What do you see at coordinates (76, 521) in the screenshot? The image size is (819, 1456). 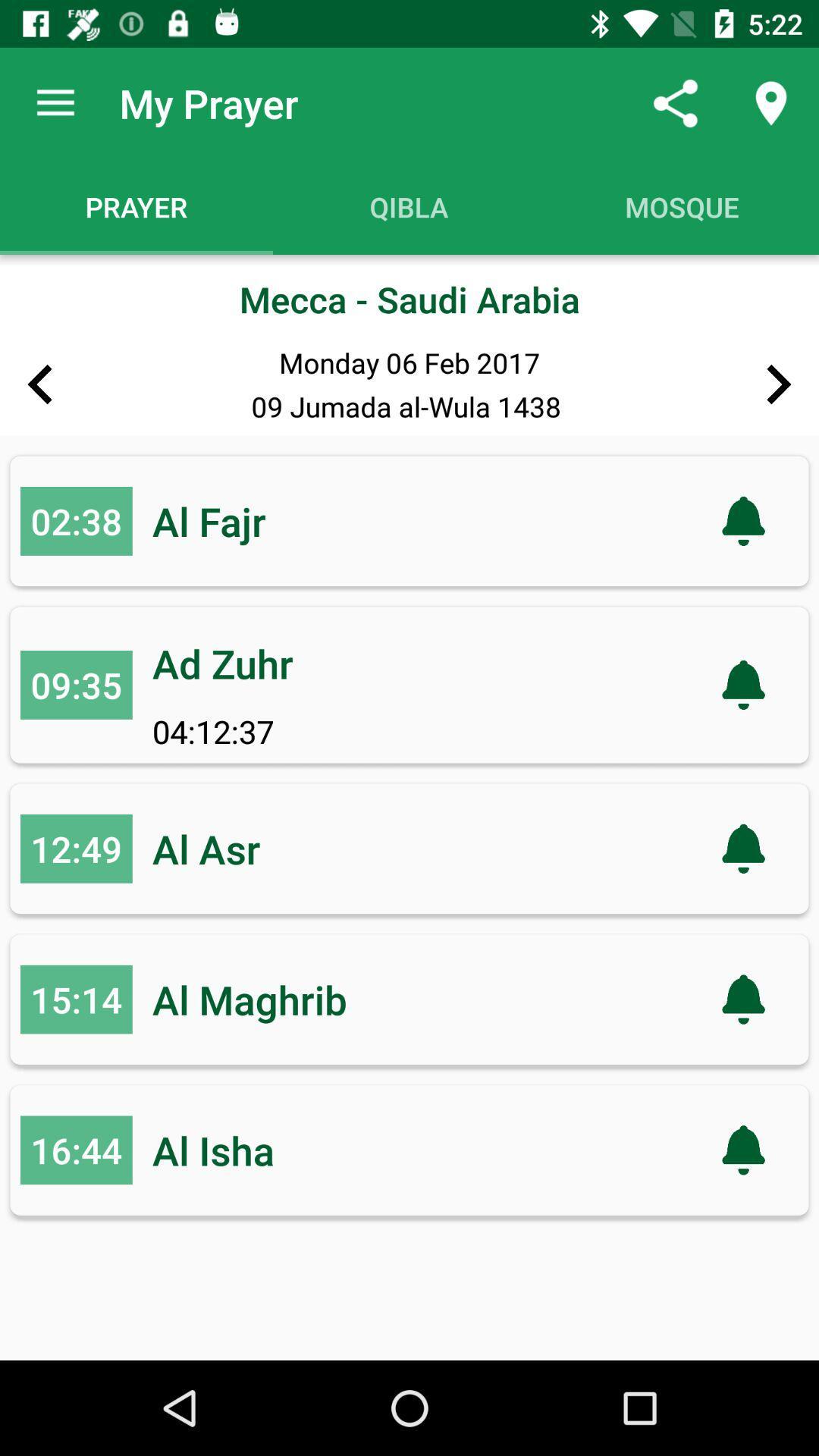 I see `02:38 item` at bounding box center [76, 521].